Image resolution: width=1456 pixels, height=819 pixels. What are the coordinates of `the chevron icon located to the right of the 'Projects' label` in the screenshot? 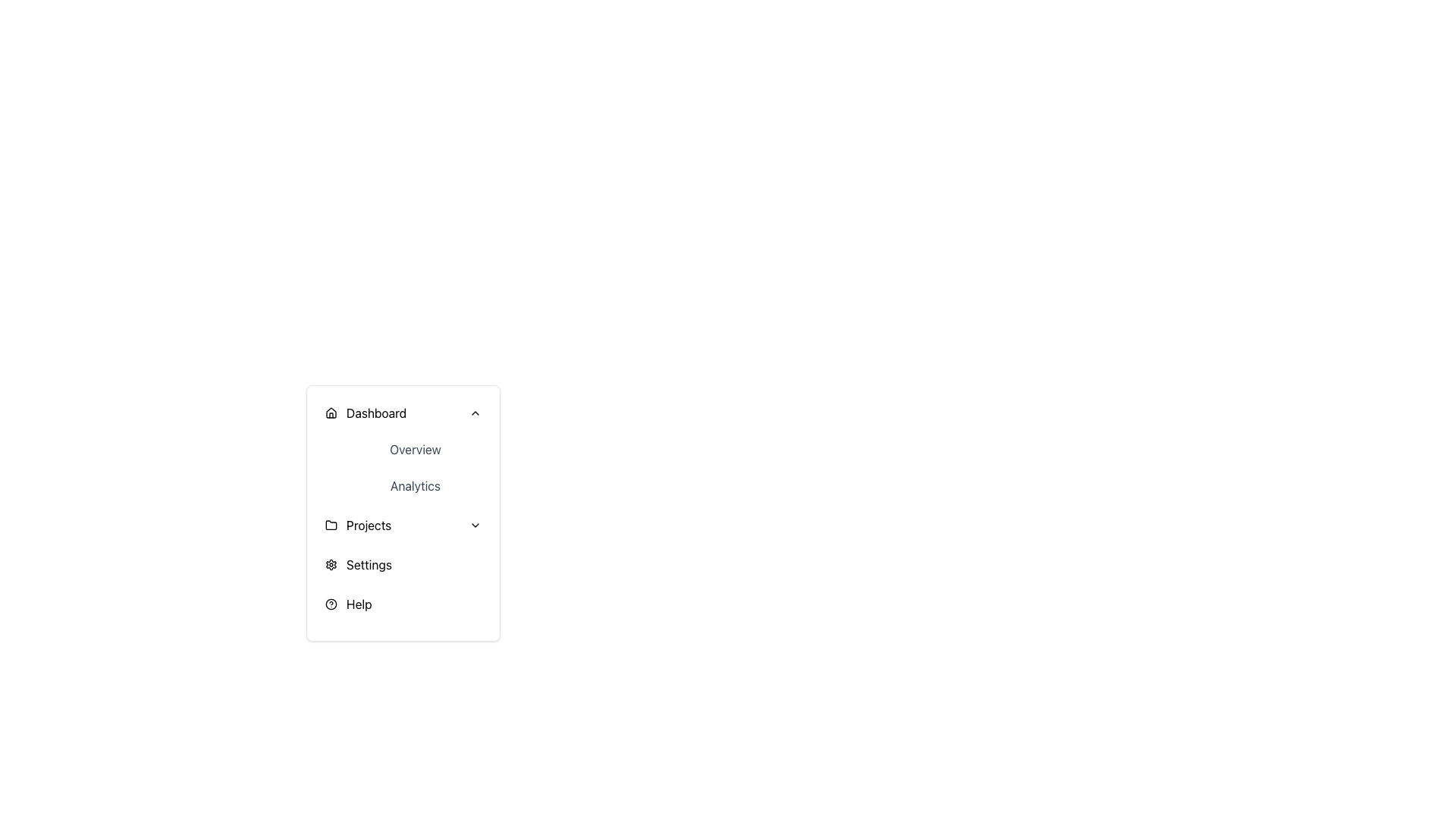 It's located at (475, 525).